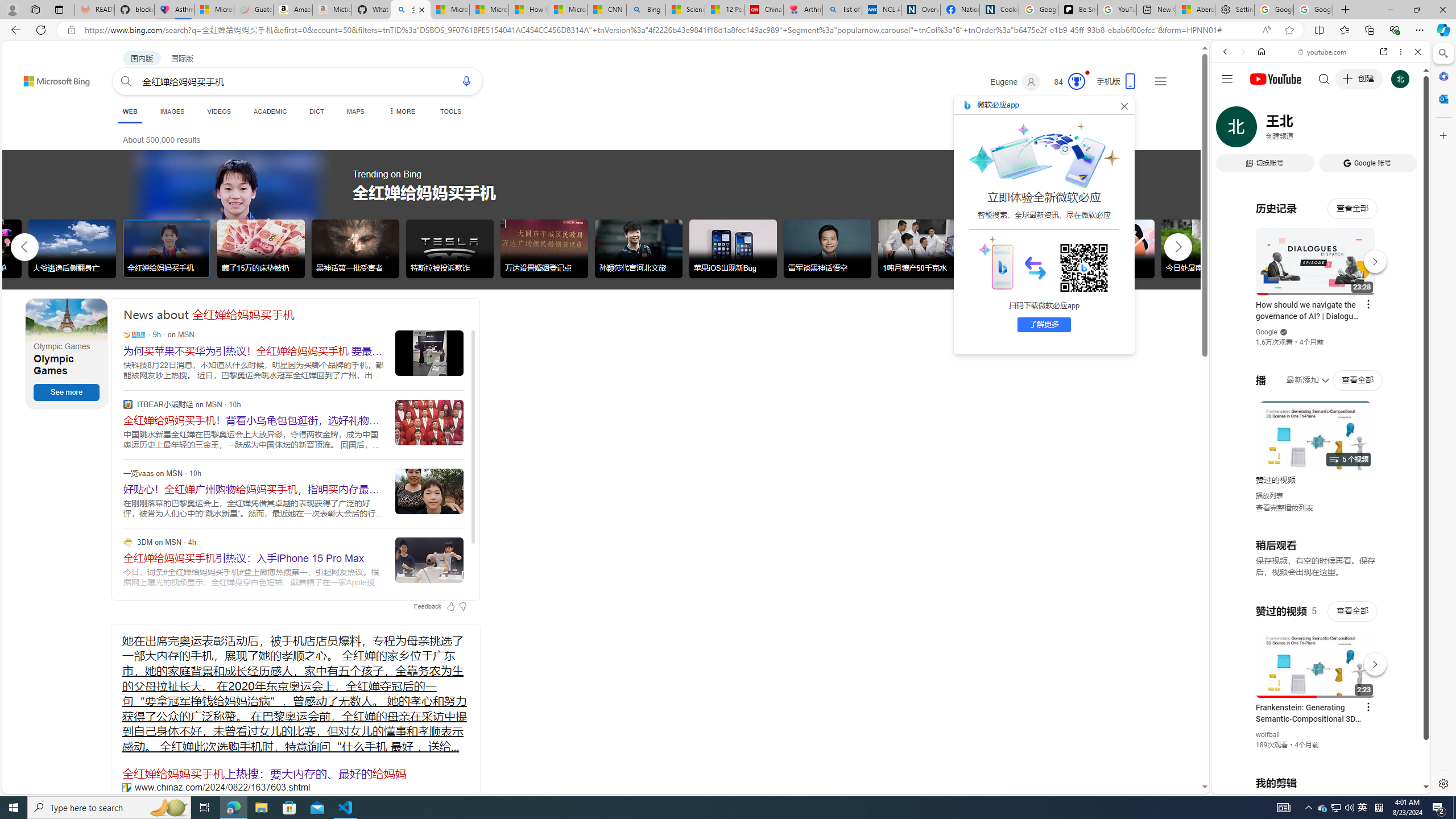 This screenshot has height=819, width=1456. Describe the element at coordinates (1177, 246) in the screenshot. I see `'AutomationID: tob_right_arrow'` at that location.